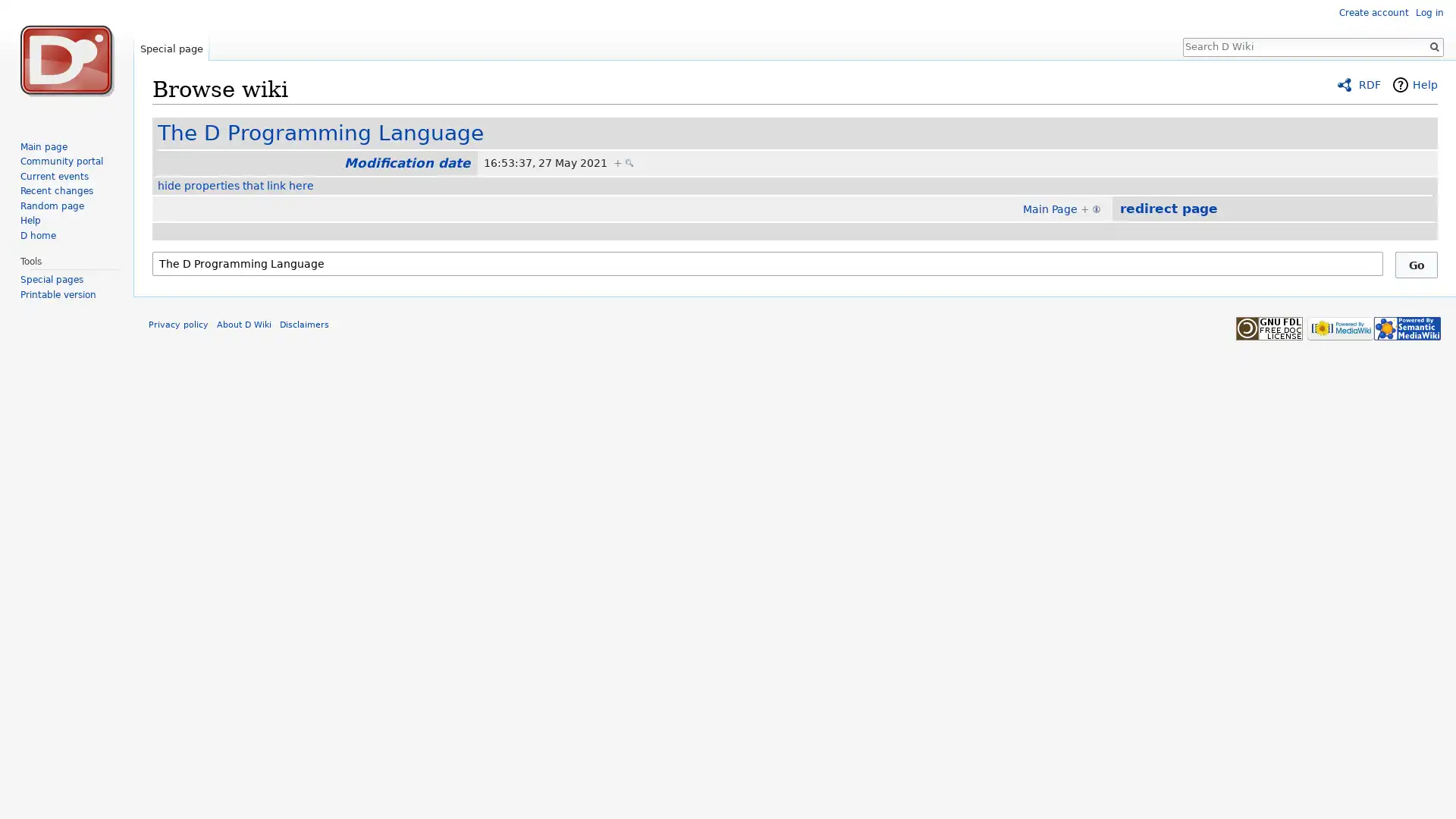 This screenshot has height=819, width=1456. Describe the element at coordinates (1433, 45) in the screenshot. I see `Go` at that location.